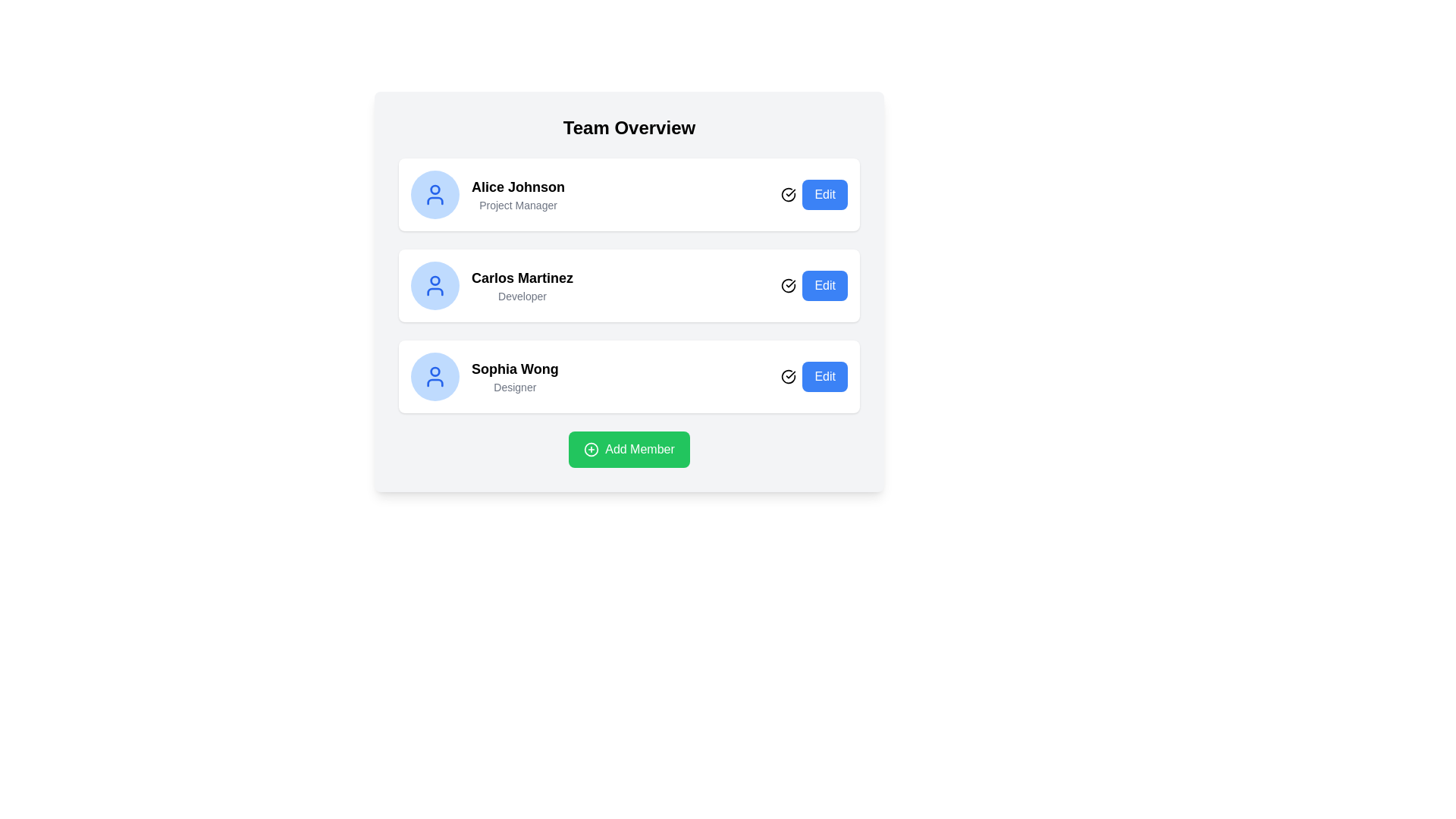 The height and width of the screenshot is (819, 1456). I want to click on the user avatar image representing 'Sophia Wong' located on the left side of the section, so click(435, 376).